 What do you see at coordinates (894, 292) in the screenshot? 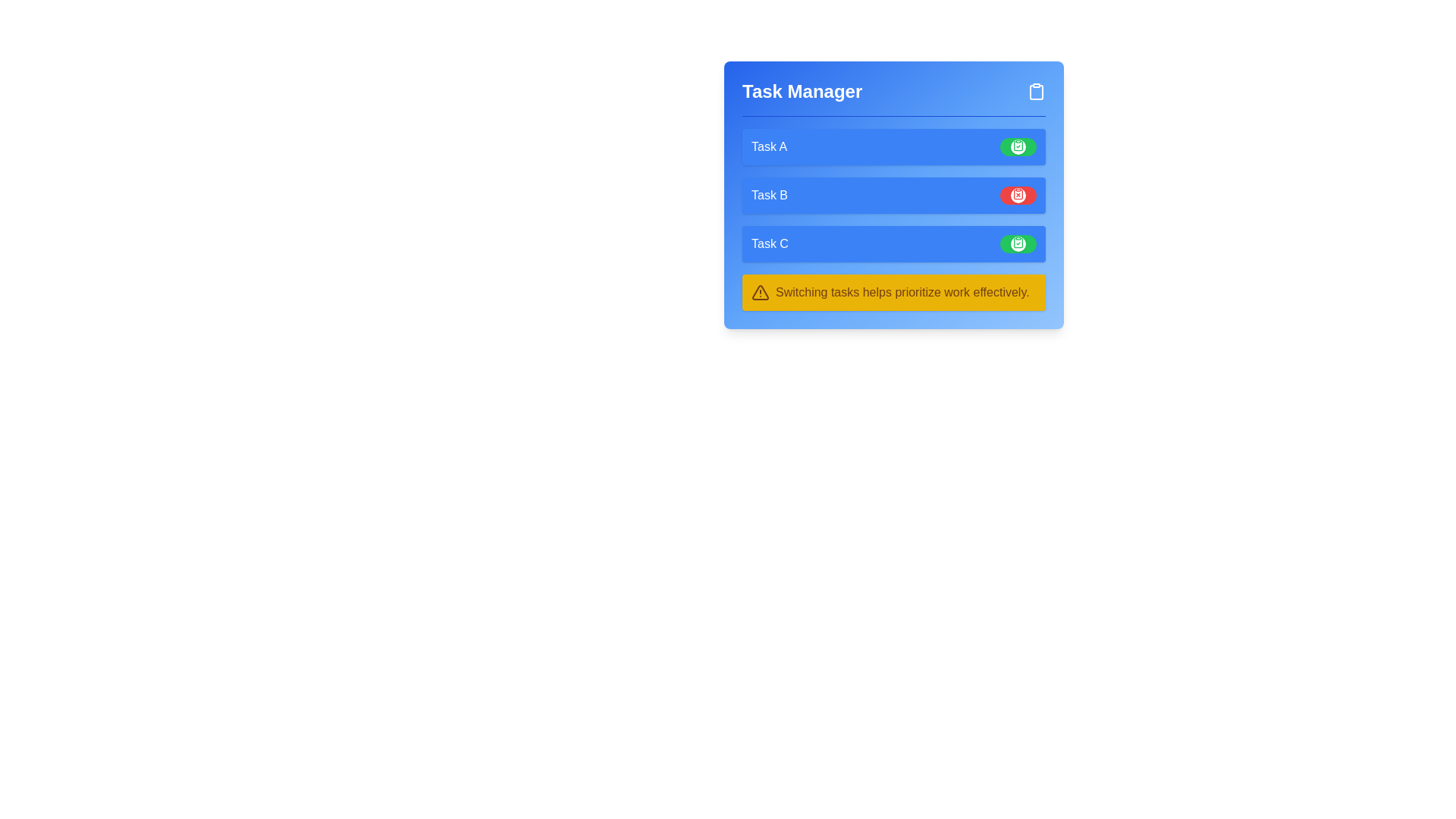
I see `the Notification banner, which serves as a notification or informational alert for users, located below the task sections 'Task A,' 'Task B,' and 'Task C.'` at bounding box center [894, 292].